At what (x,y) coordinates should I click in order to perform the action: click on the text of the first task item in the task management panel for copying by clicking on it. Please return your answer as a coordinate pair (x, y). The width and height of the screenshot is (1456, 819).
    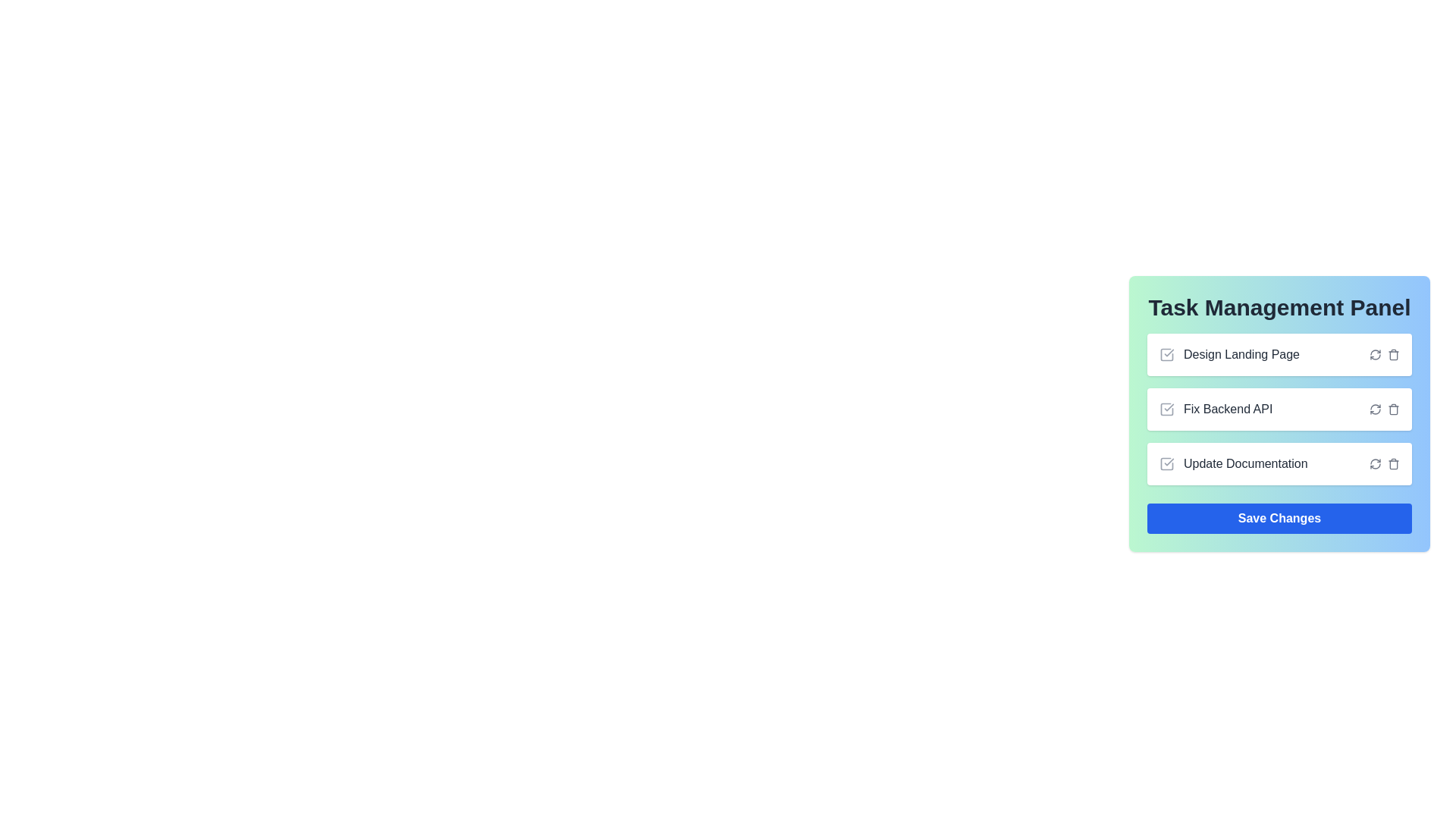
    Looking at the image, I should click on (1229, 354).